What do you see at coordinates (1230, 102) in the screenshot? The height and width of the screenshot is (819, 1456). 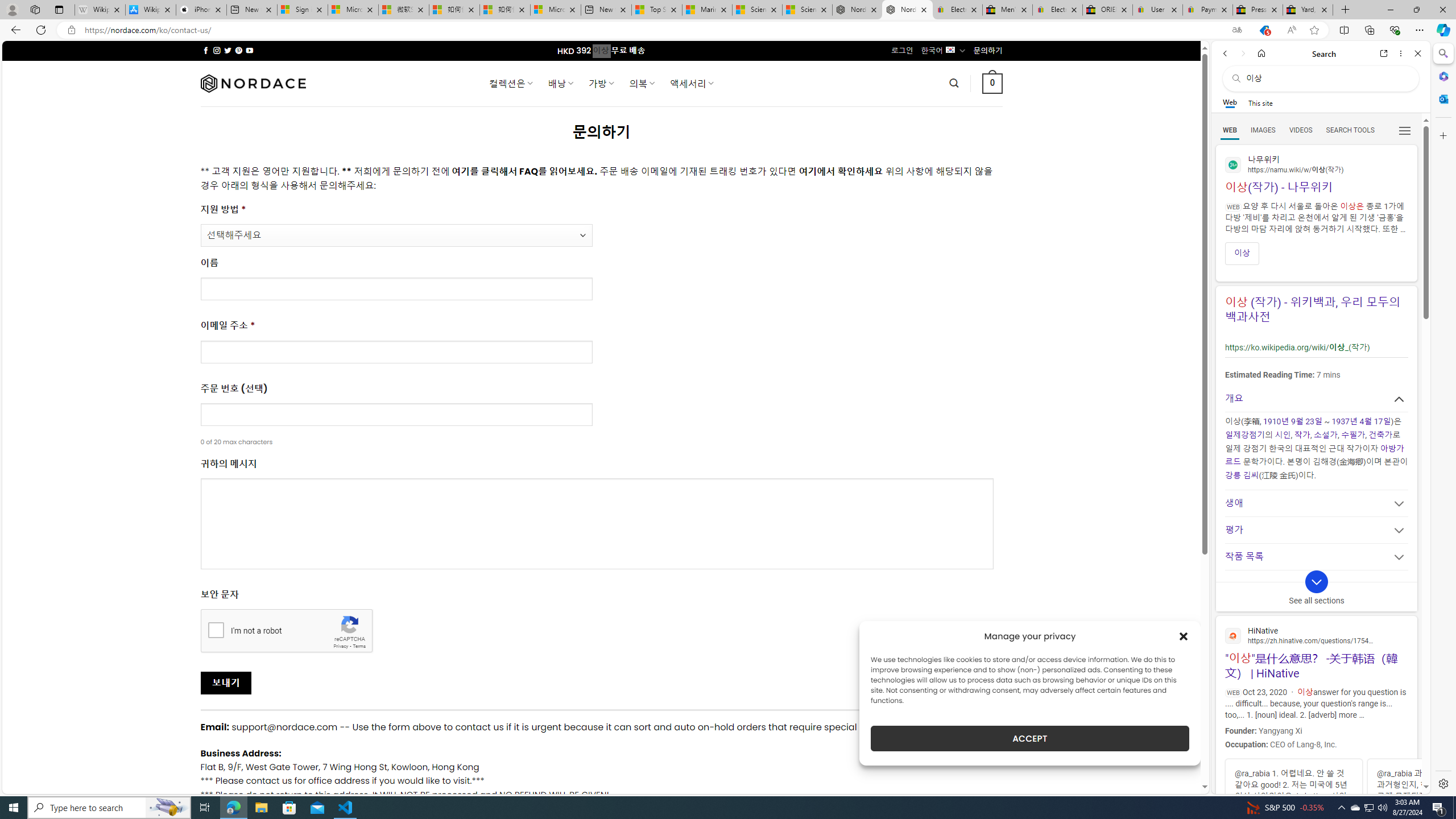 I see `'Web scope'` at bounding box center [1230, 102].